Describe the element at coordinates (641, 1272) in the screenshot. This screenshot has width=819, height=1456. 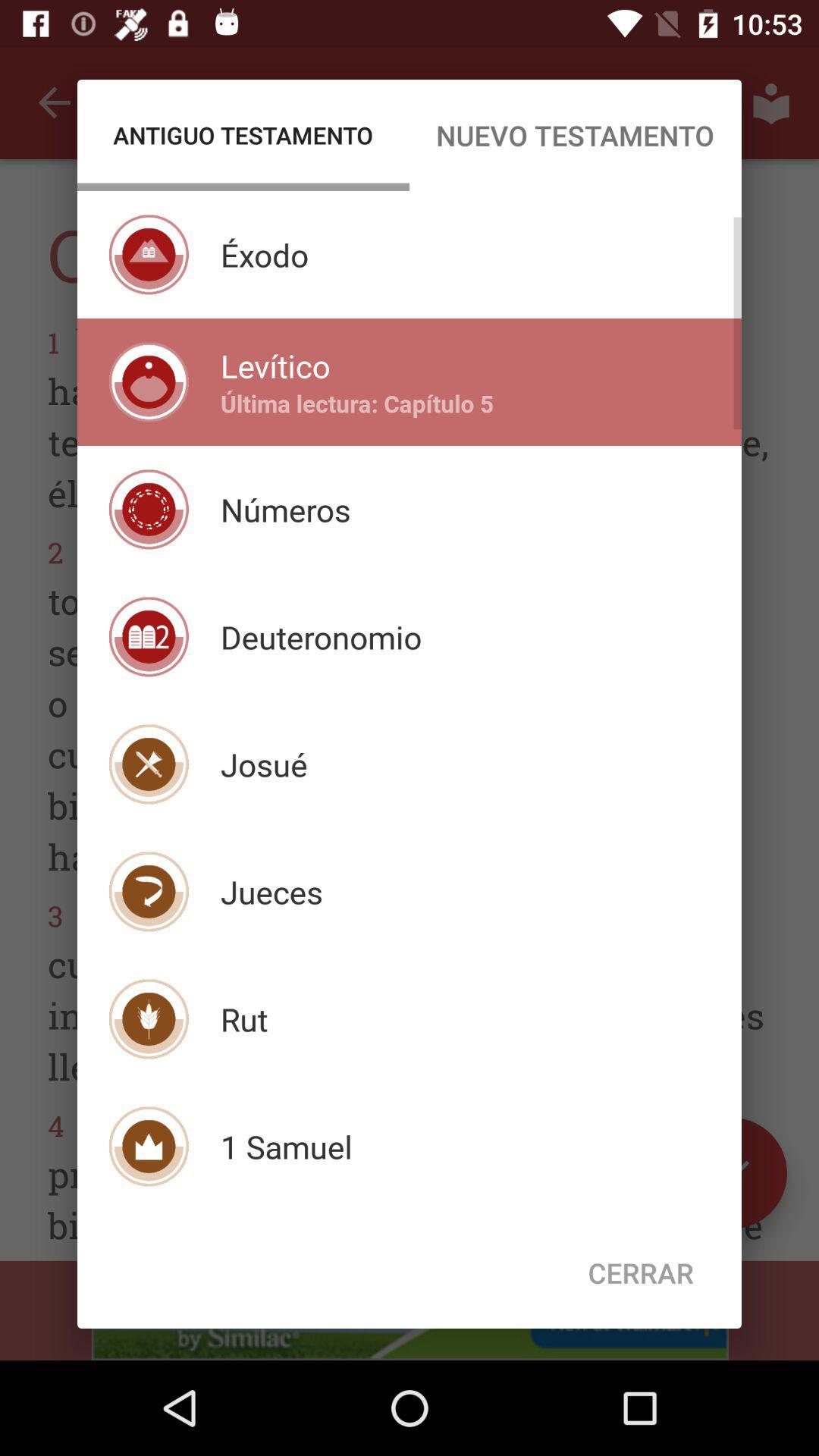
I see `the cerrar icon` at that location.